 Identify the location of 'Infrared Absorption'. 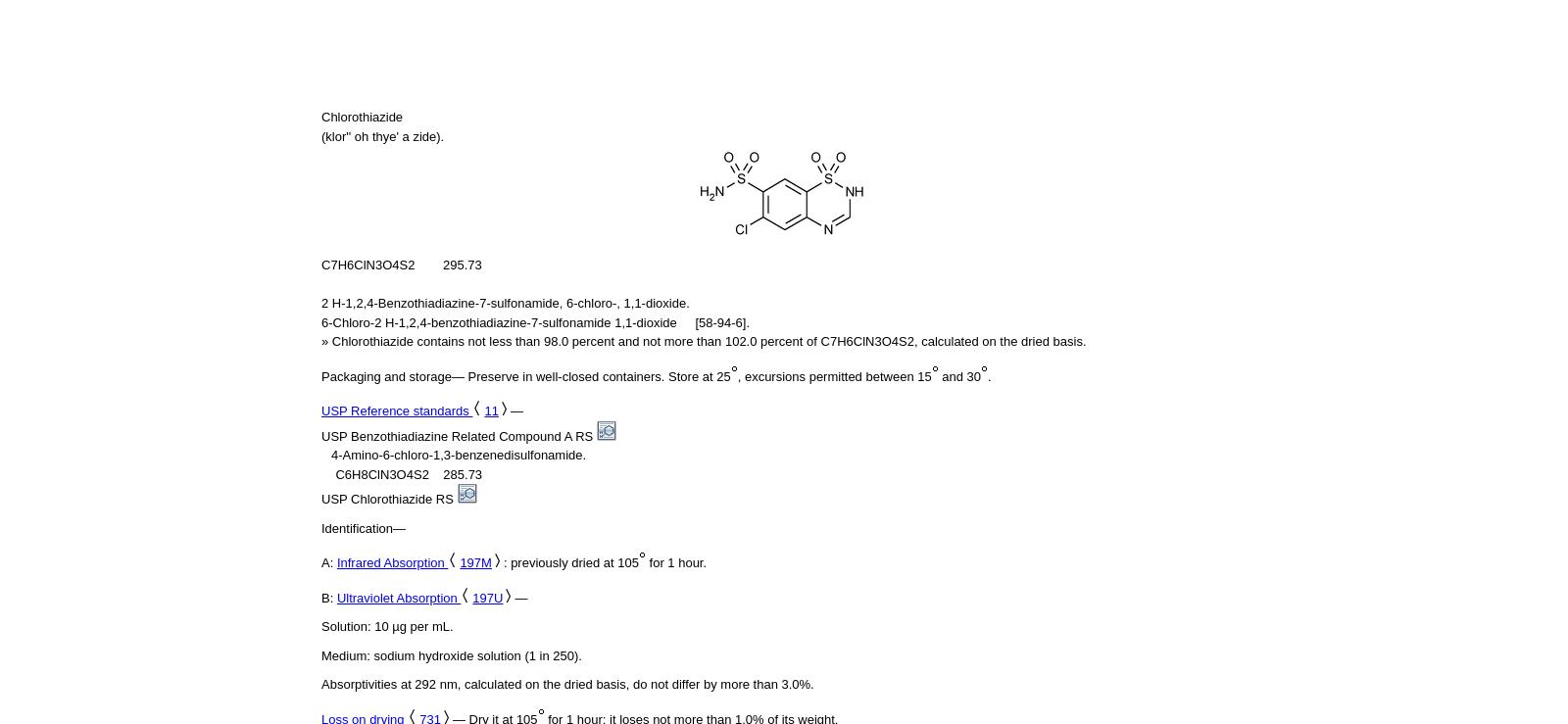
(392, 562).